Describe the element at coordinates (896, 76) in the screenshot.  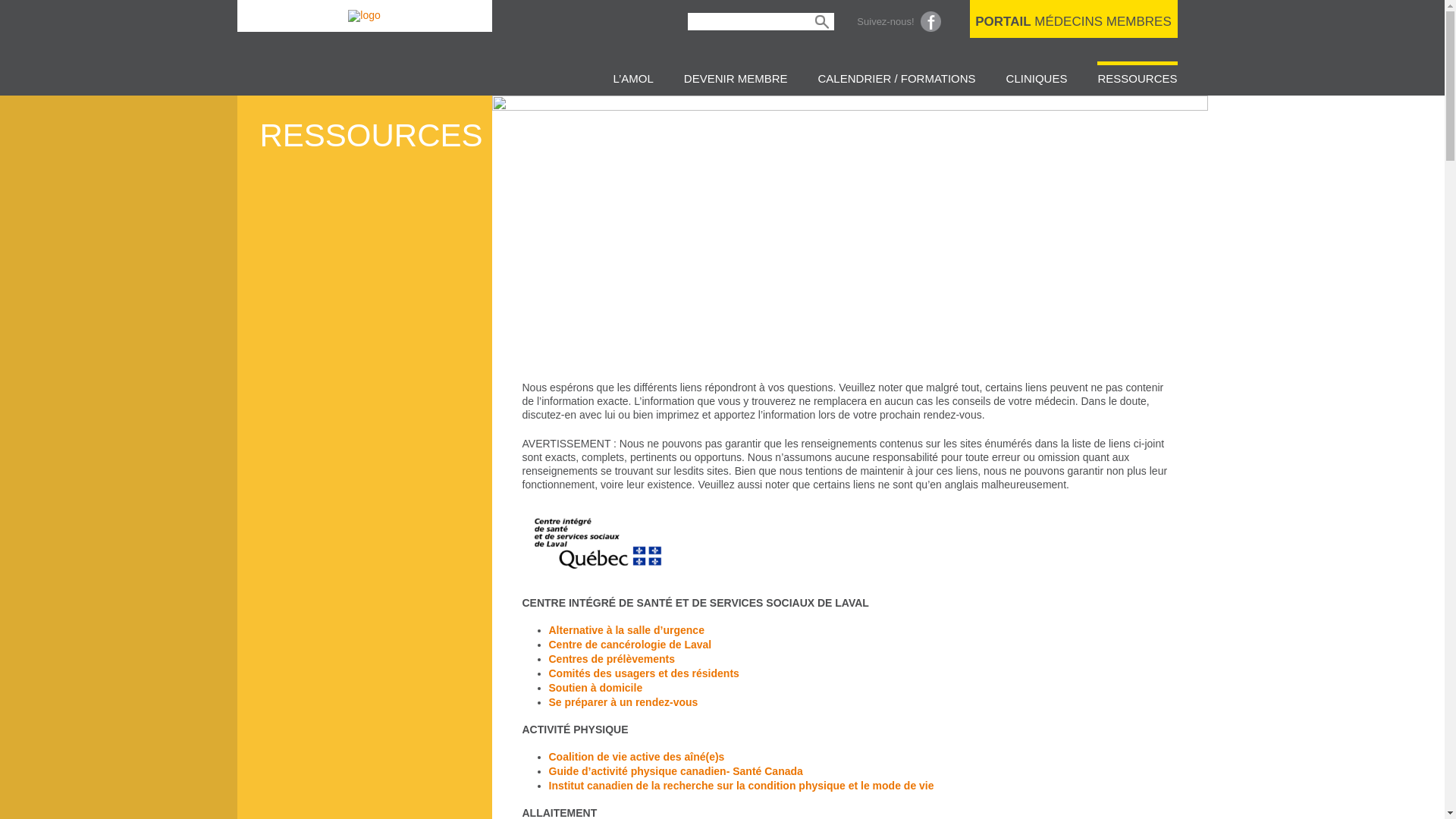
I see `'CALENDRIER / FORMATIONS'` at that location.